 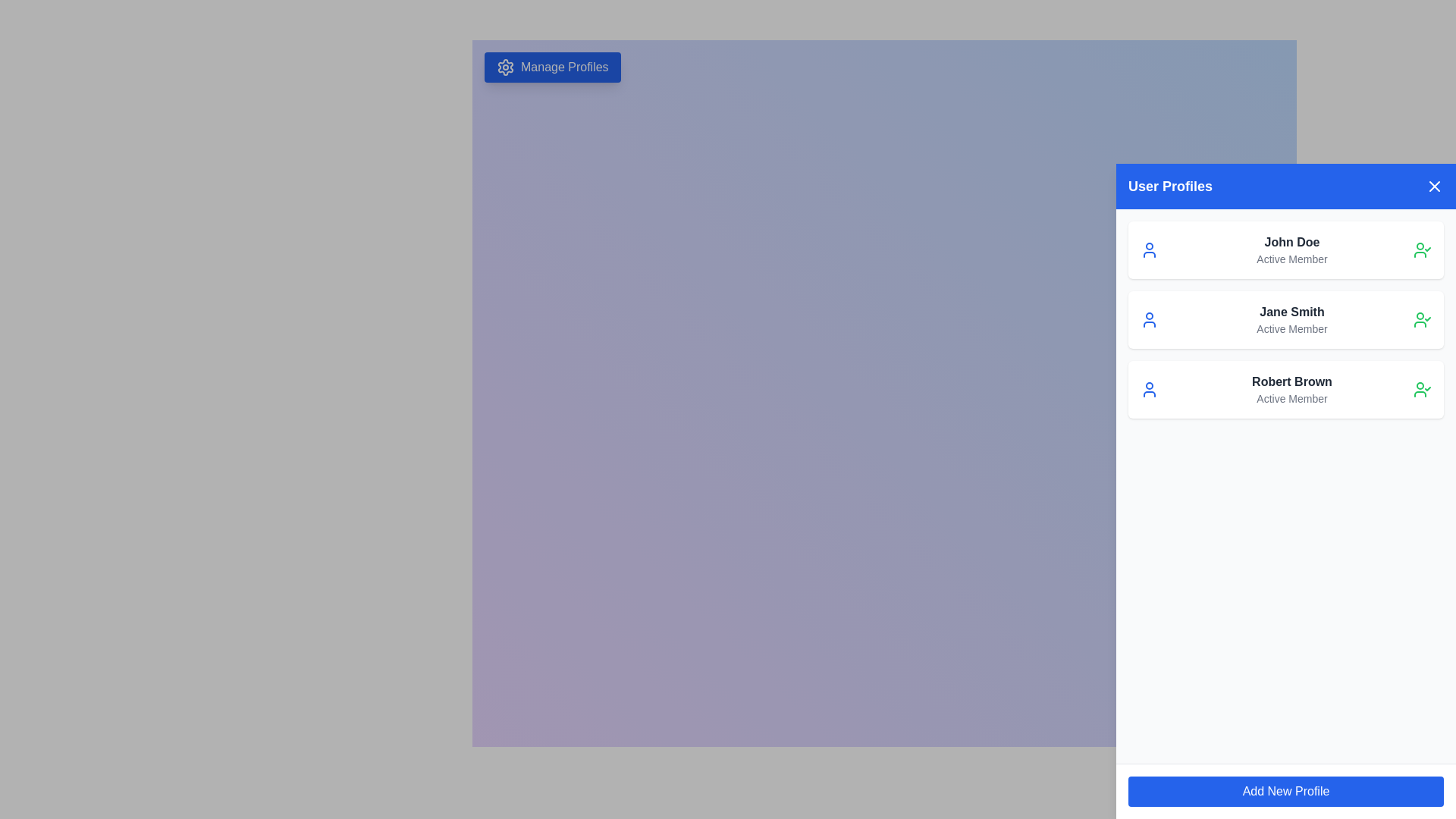 I want to click on the gear icon located at the leftmost side of the 'Manage Profiles' button, so click(x=506, y=66).